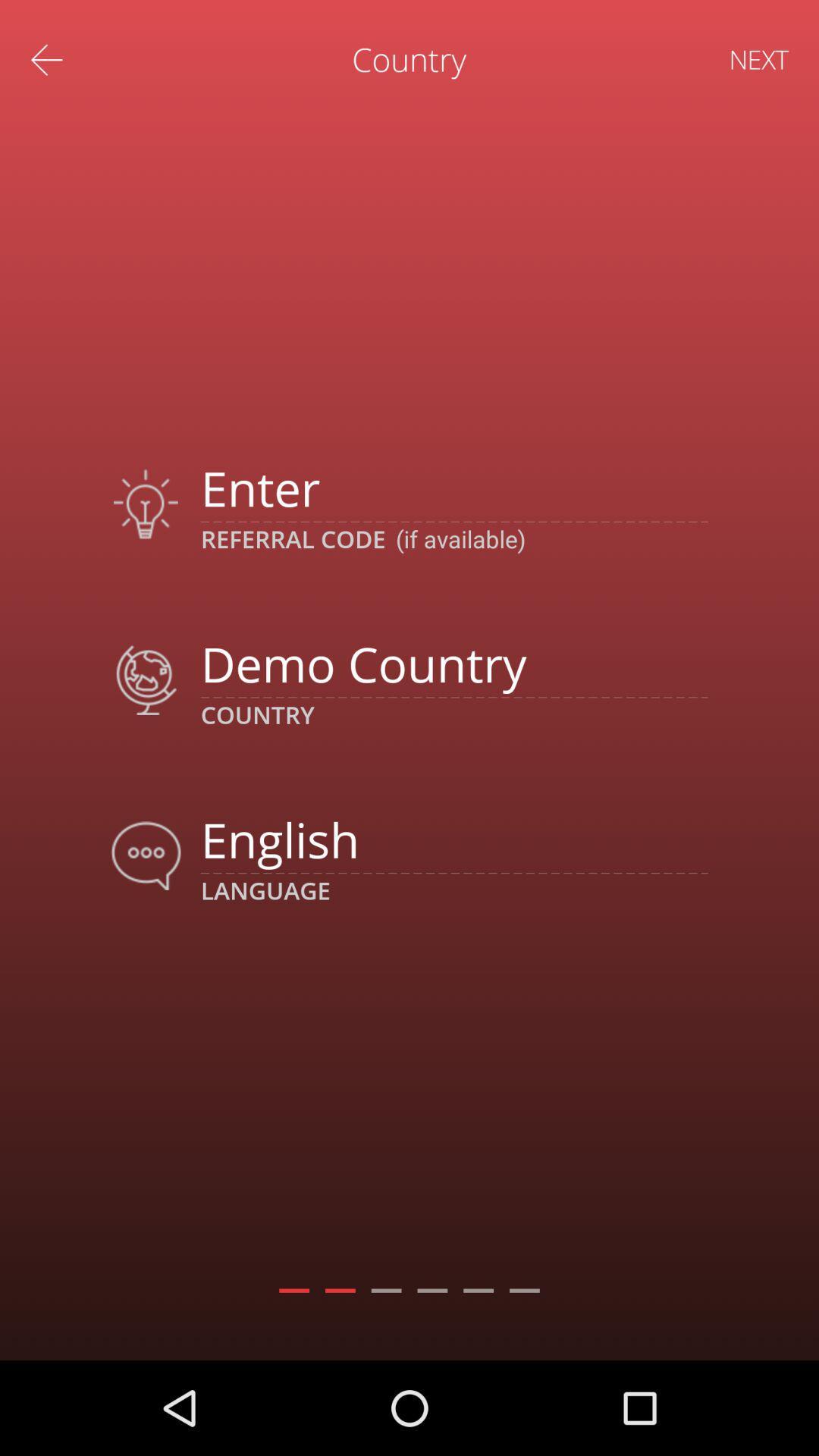 Image resolution: width=819 pixels, height=1456 pixels. What do you see at coordinates (453, 664) in the screenshot?
I see `item below referral code item` at bounding box center [453, 664].